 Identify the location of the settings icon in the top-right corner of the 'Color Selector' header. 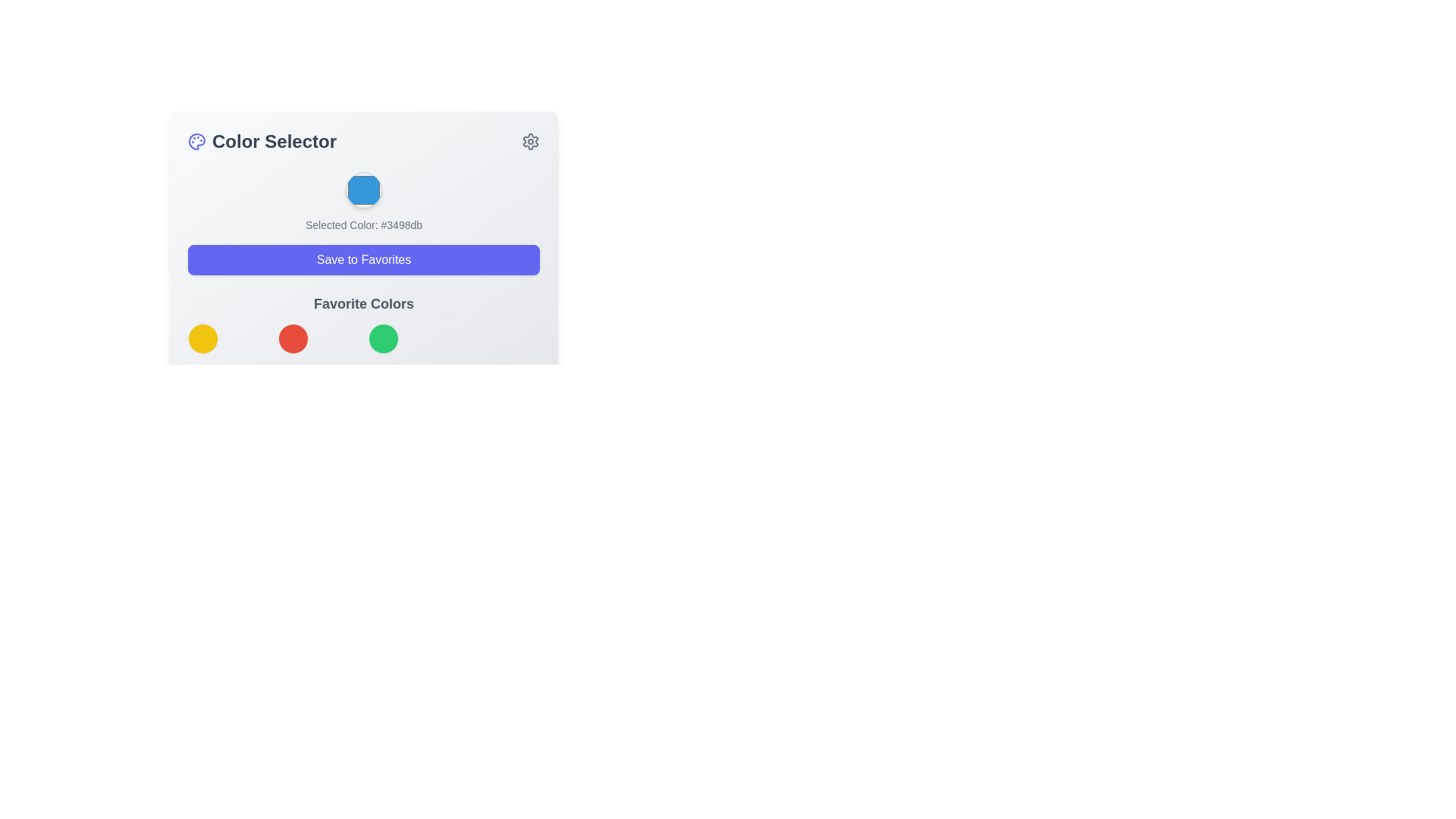
(531, 141).